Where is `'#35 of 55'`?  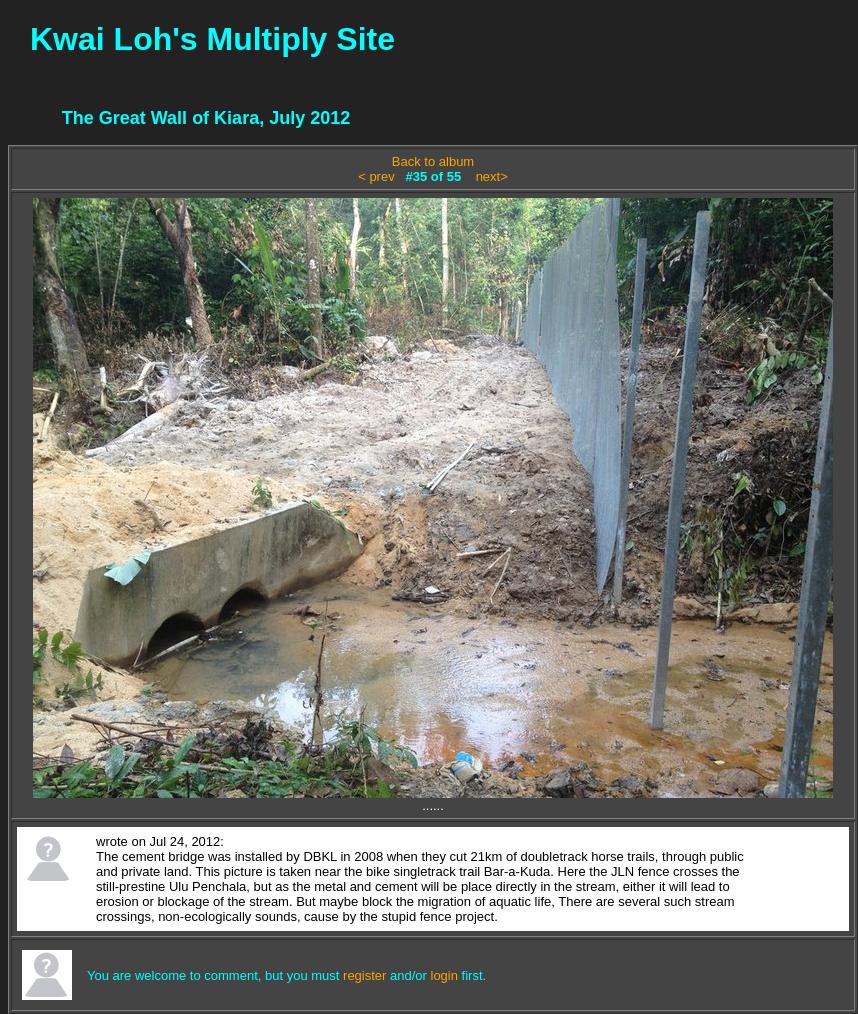 '#35 of 55' is located at coordinates (433, 175).